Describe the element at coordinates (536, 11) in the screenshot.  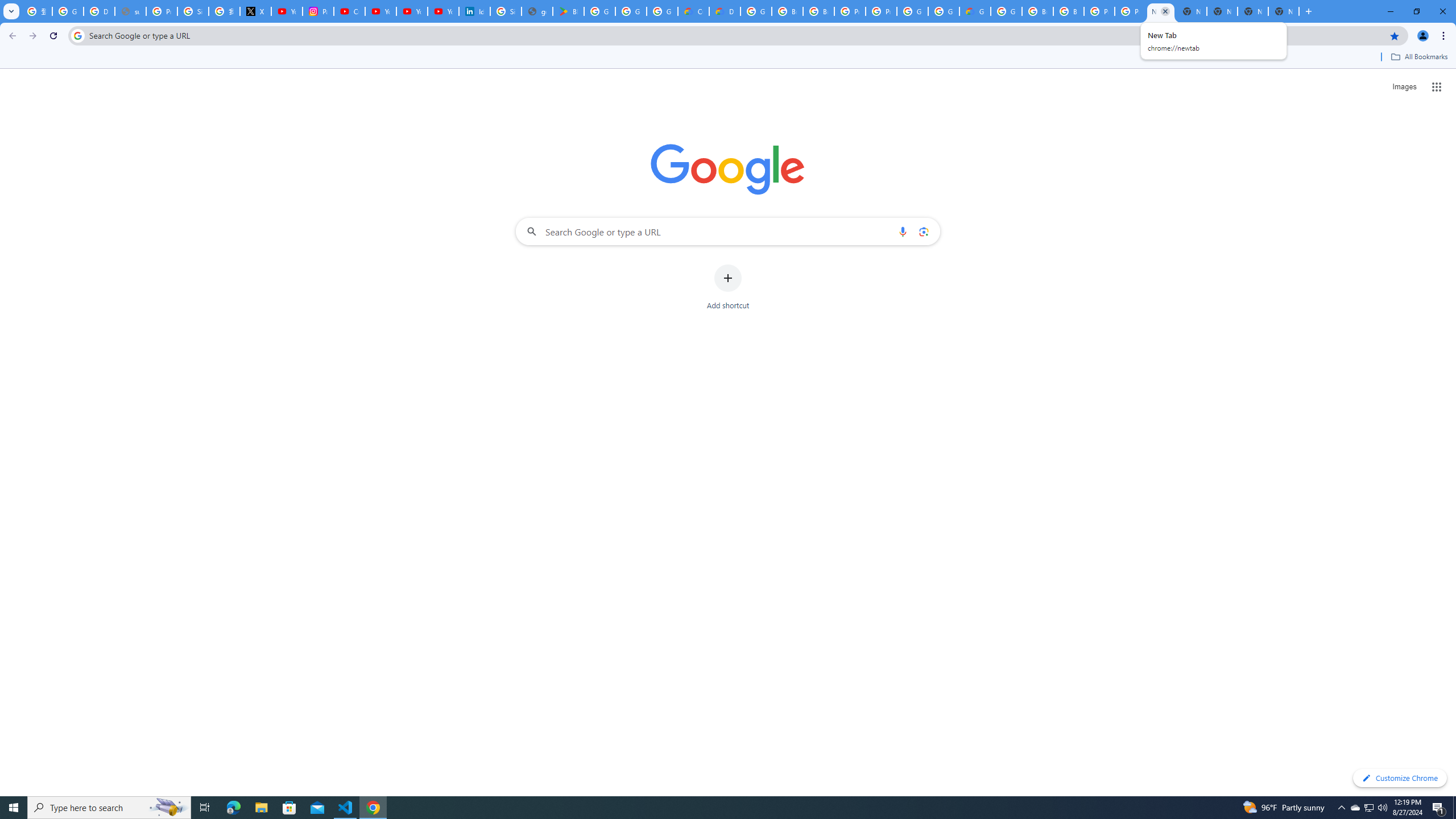
I see `'google_privacy_policy_en.pdf'` at that location.